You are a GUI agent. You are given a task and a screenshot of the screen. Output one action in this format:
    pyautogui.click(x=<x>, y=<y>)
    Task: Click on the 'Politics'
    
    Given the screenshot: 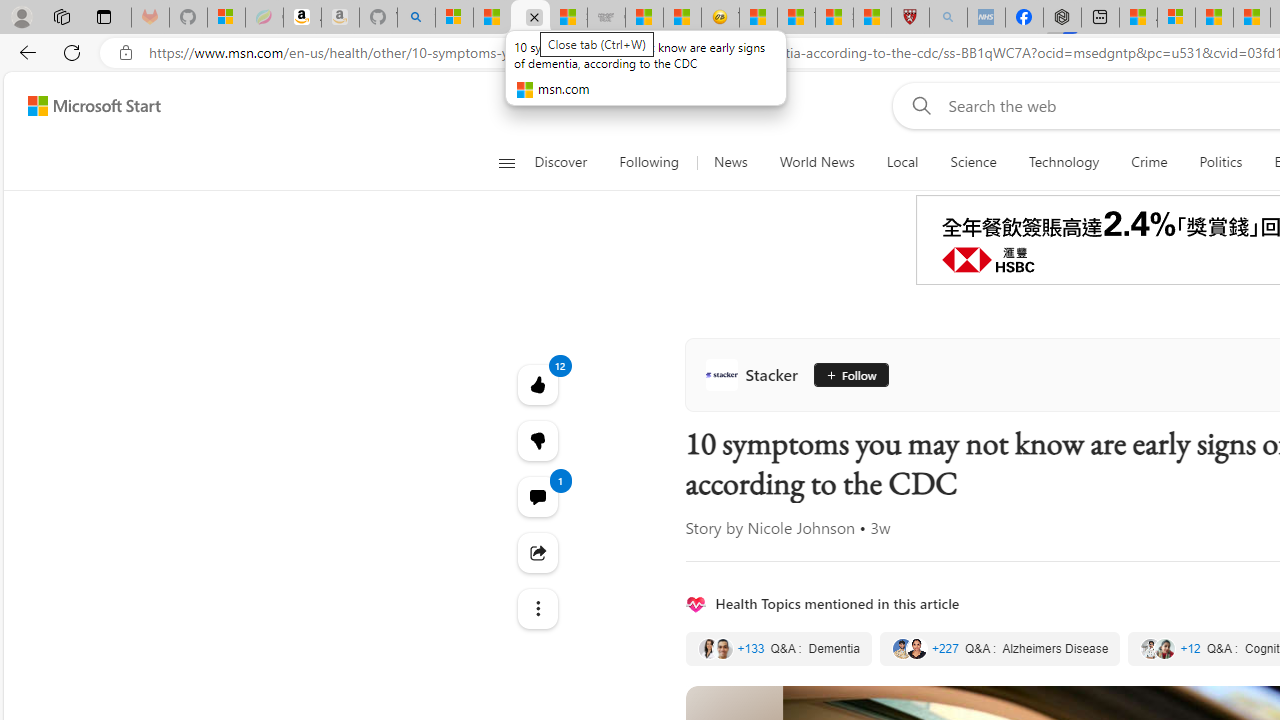 What is the action you would take?
    pyautogui.click(x=1220, y=162)
    